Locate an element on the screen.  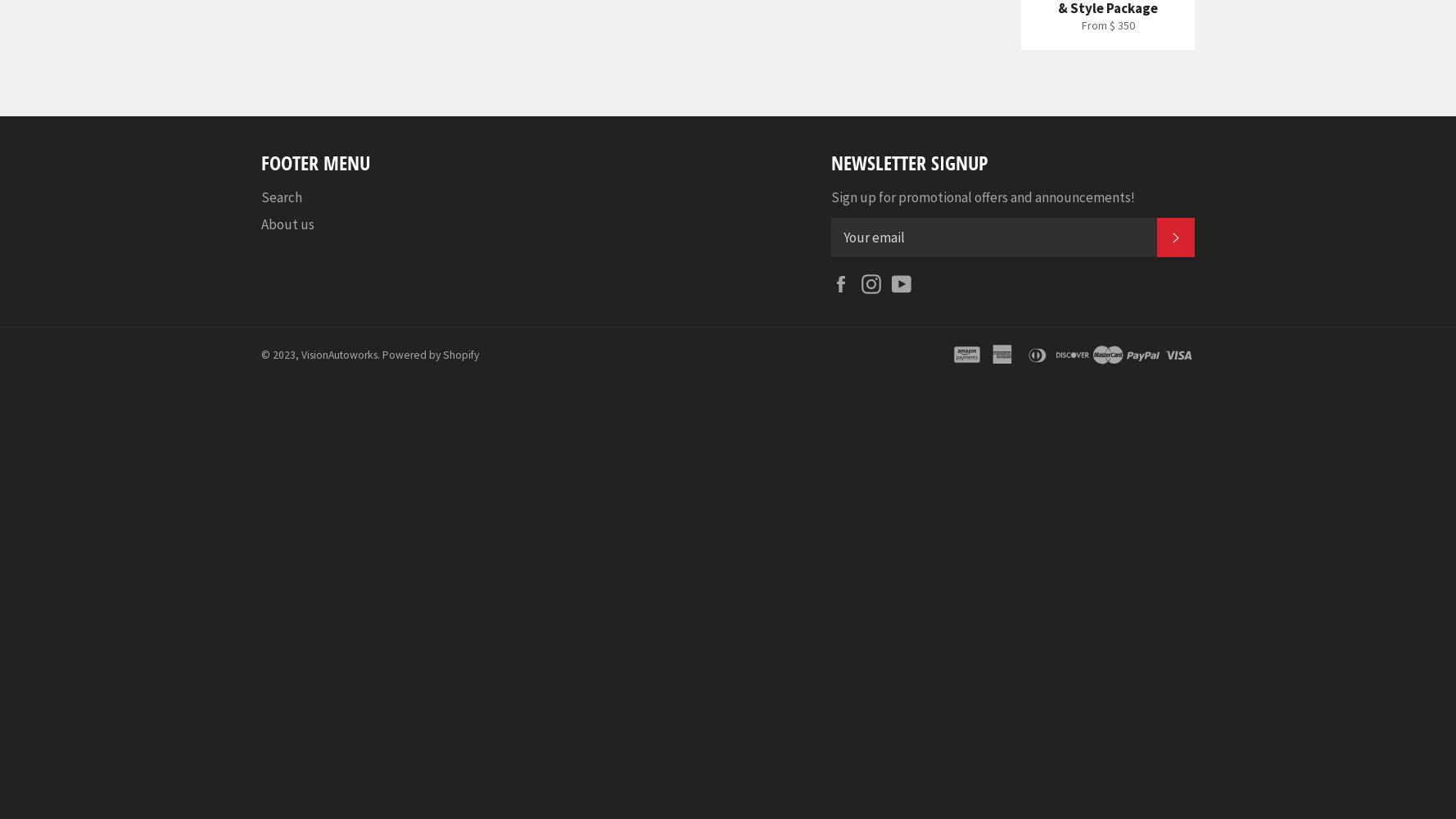
'Footer menu' is located at coordinates (260, 161).